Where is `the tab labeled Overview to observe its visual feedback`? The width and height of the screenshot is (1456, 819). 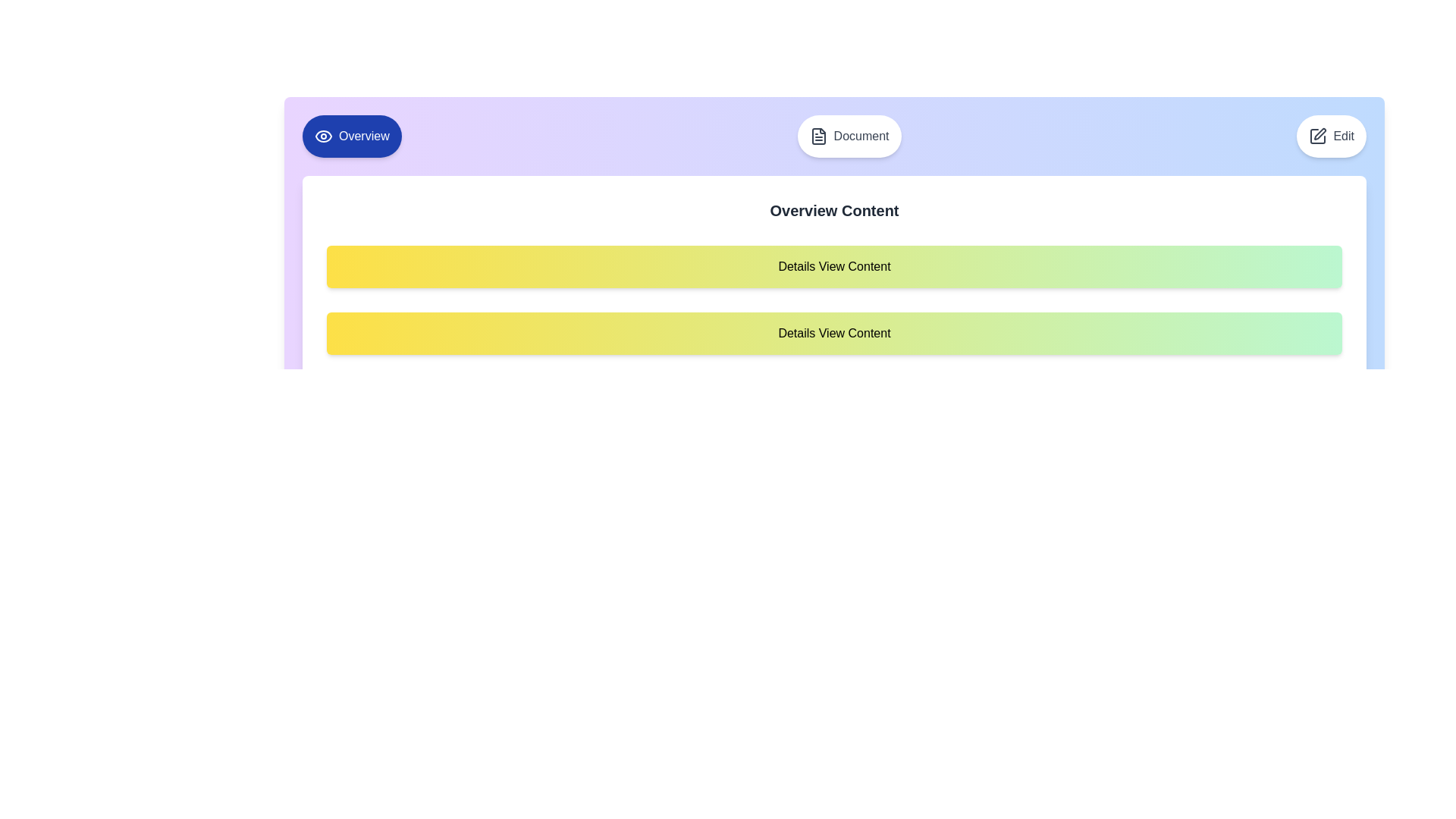
the tab labeled Overview to observe its visual feedback is located at coordinates (351, 136).